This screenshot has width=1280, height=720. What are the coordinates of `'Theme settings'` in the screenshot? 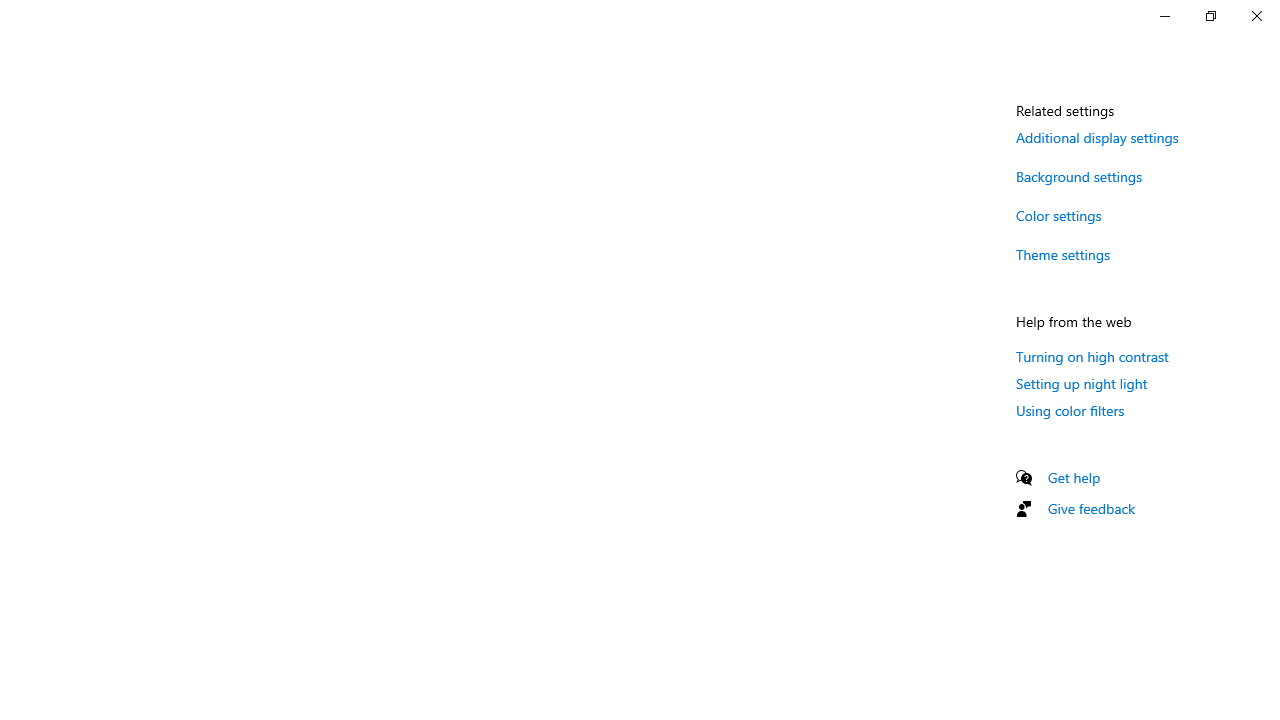 It's located at (1062, 253).